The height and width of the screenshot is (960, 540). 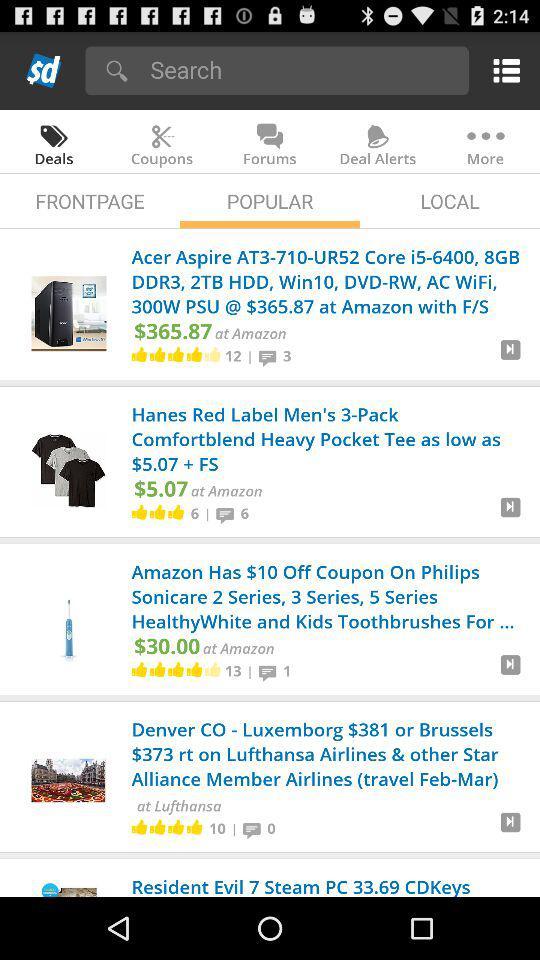 I want to click on open the deal, so click(x=510, y=357).